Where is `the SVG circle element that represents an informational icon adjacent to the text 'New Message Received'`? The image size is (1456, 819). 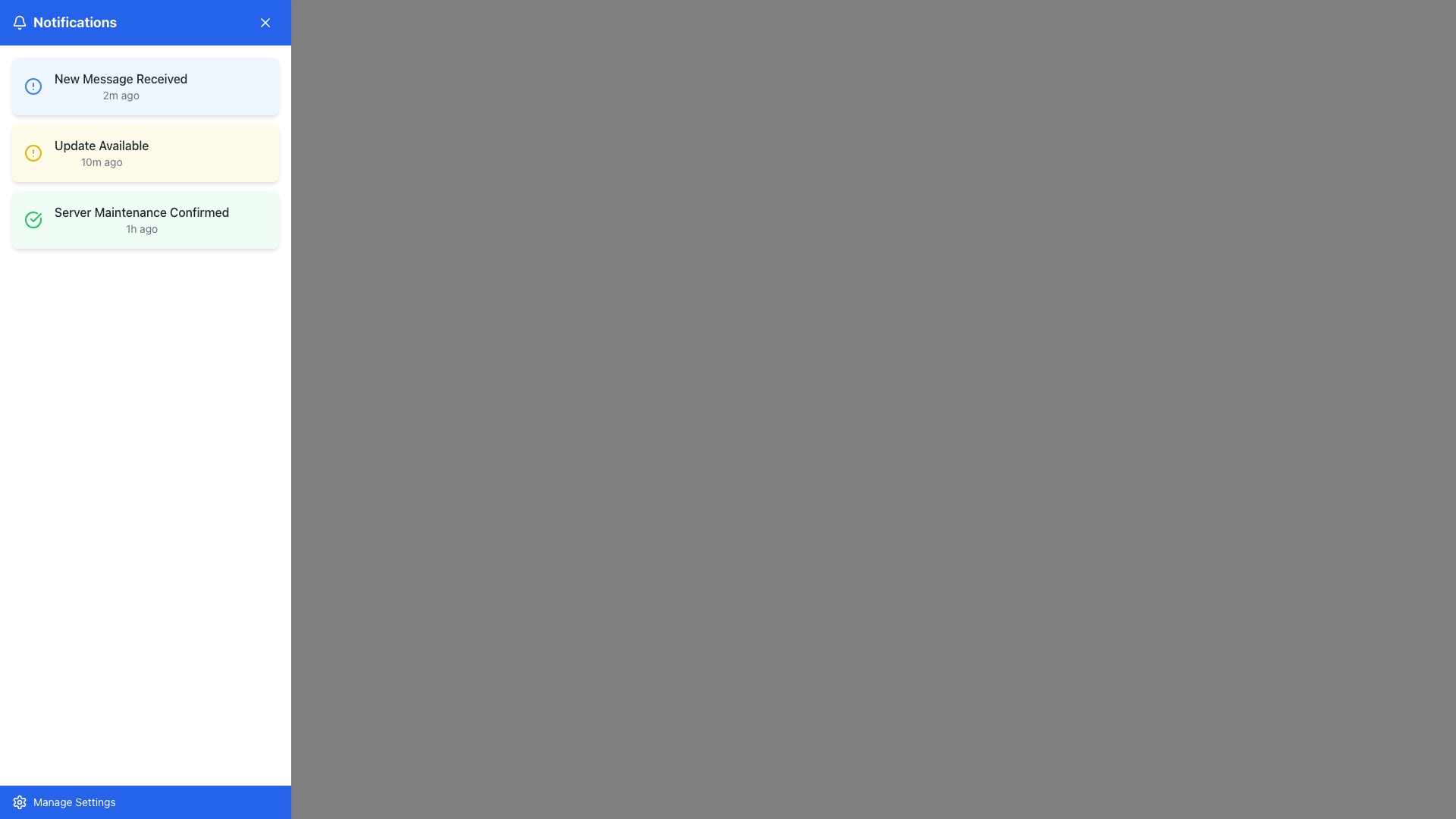 the SVG circle element that represents an informational icon adjacent to the text 'New Message Received' is located at coordinates (33, 86).